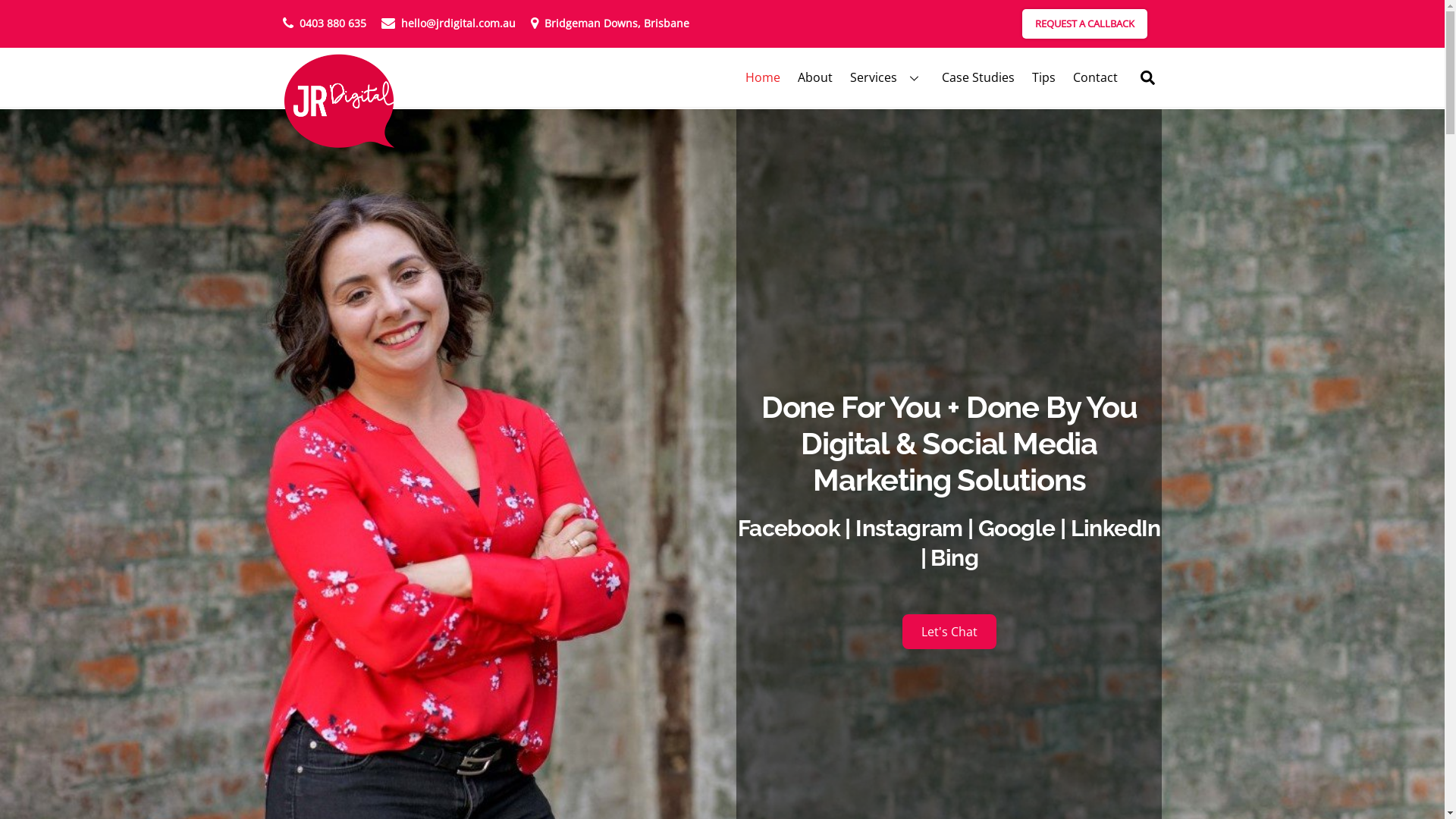 This screenshot has width=1456, height=819. Describe the element at coordinates (1024, 77) in the screenshot. I see `'Tips'` at that location.